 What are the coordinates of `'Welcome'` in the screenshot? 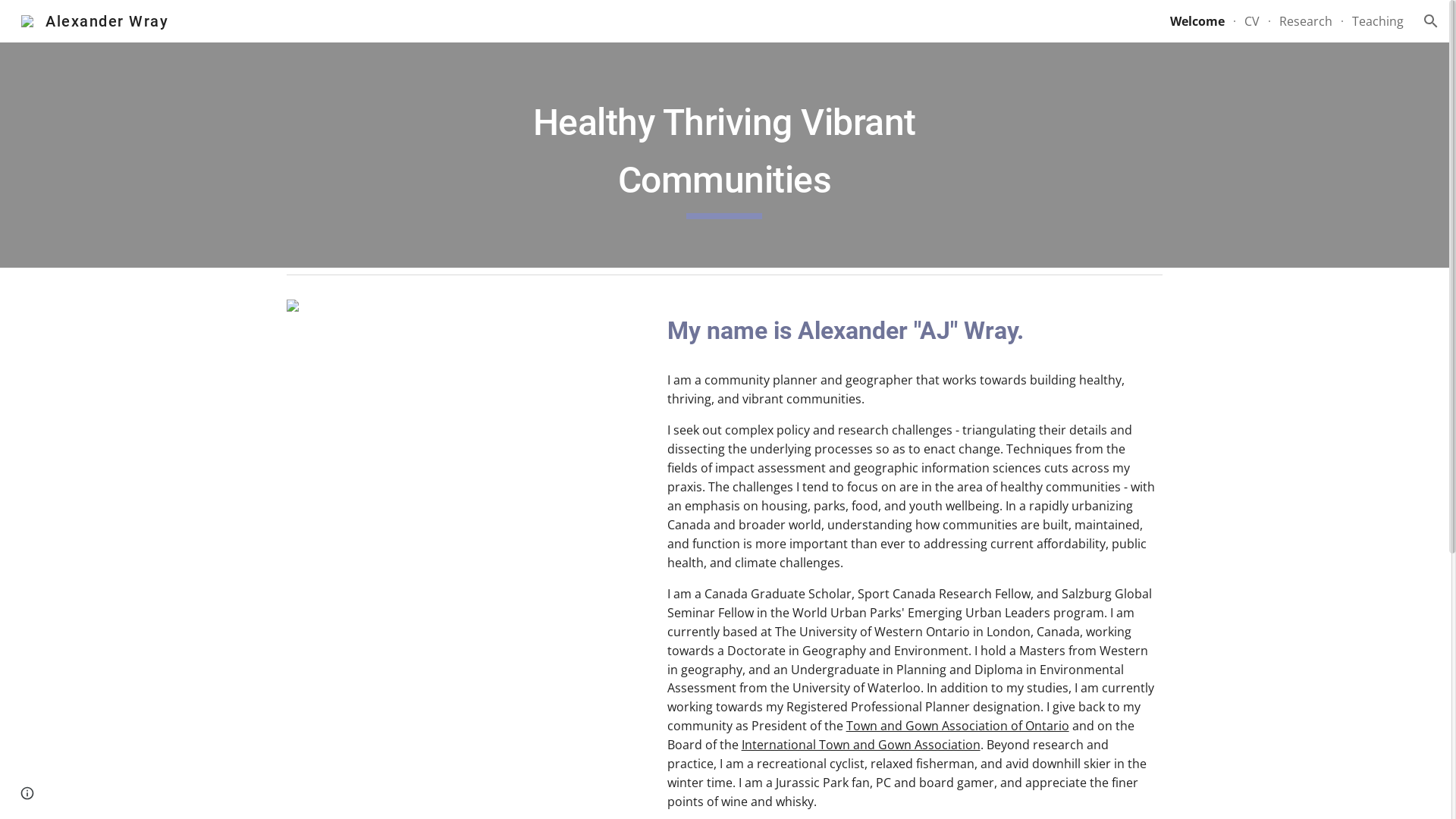 It's located at (1197, 20).